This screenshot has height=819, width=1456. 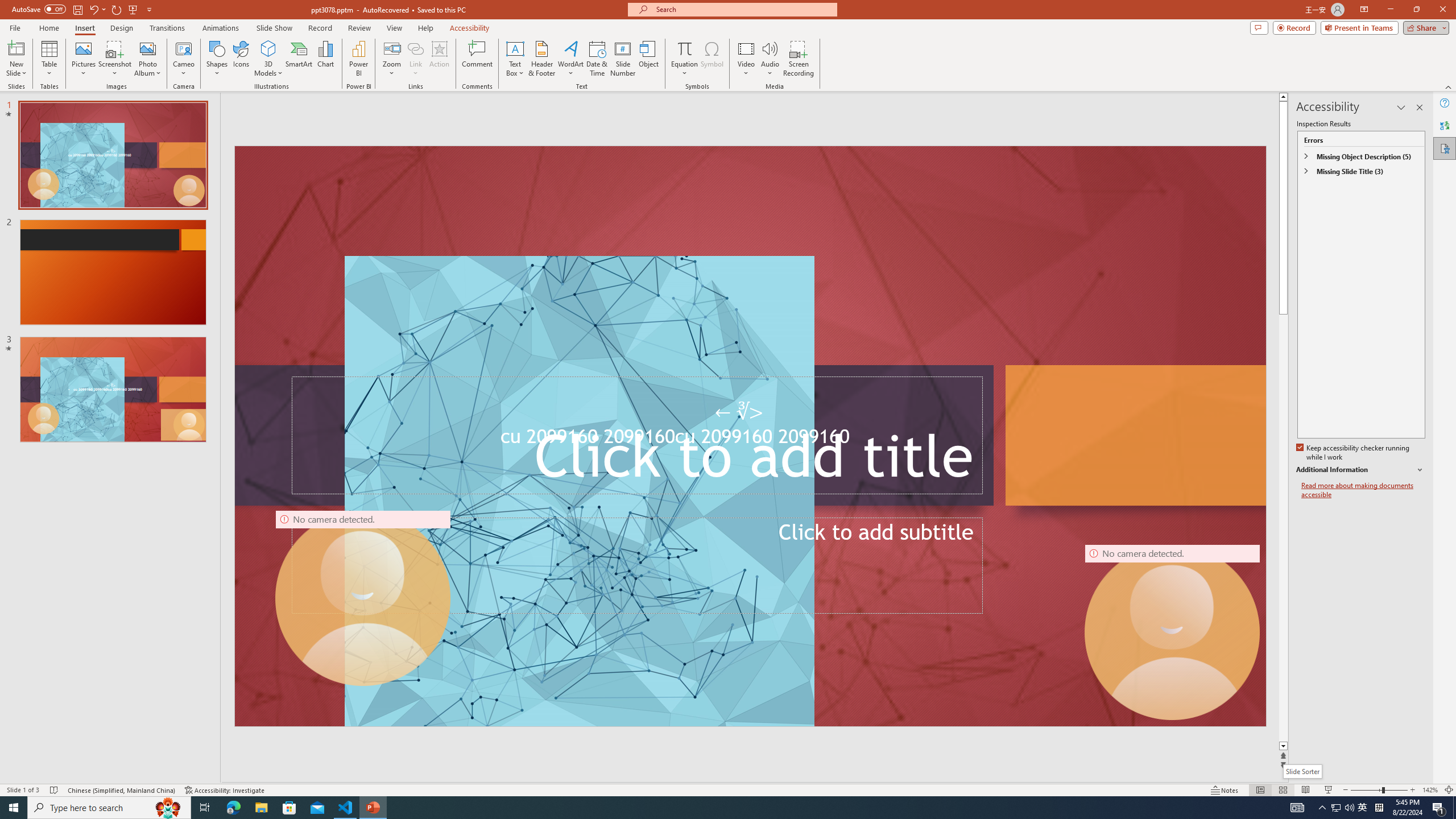 I want to click on 'Icons', so click(x=241, y=59).